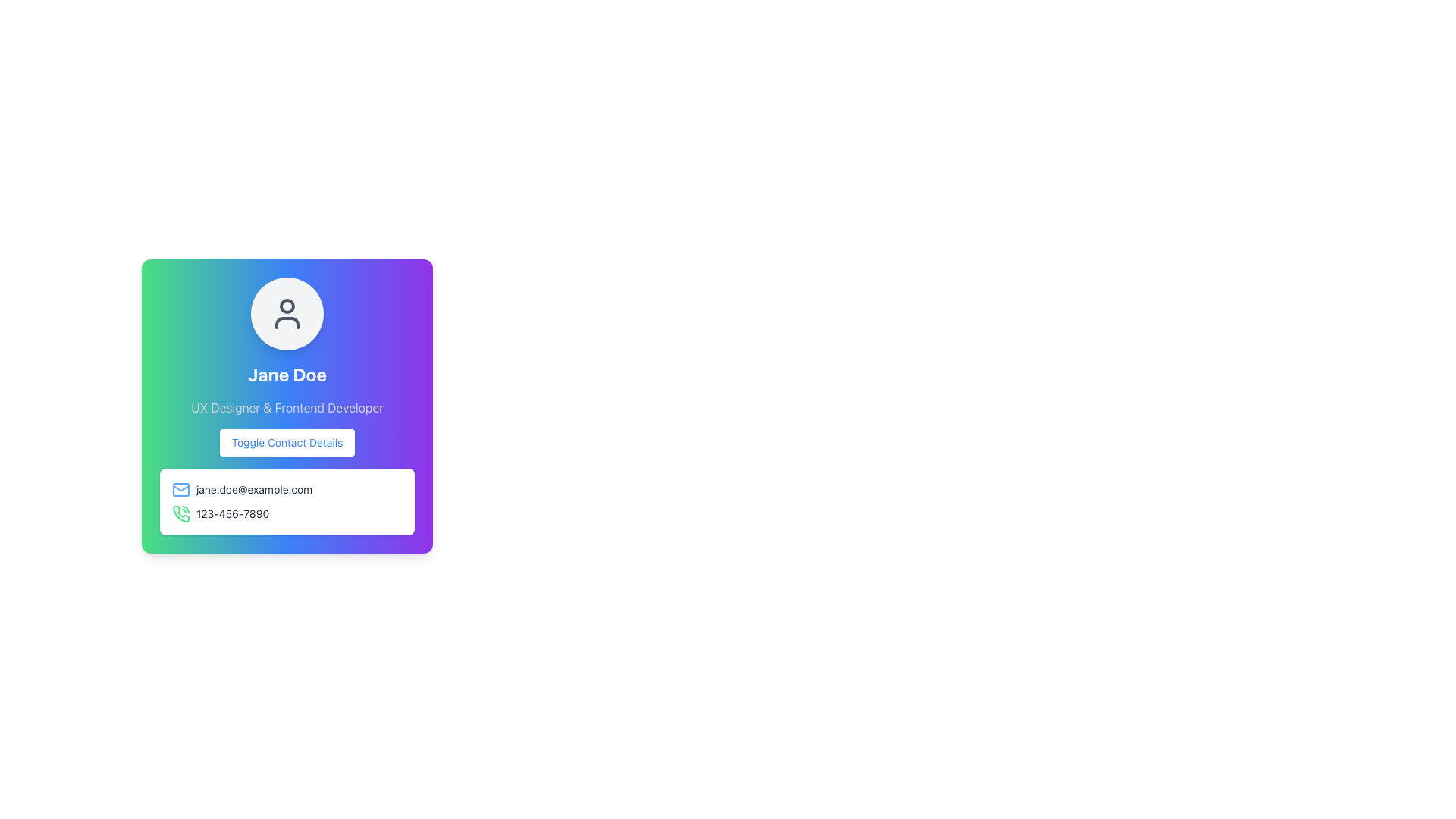 This screenshot has width=1456, height=819. I want to click on the green phone icon representing Jane Doe's contact information located in the lower part of the profile card, adjacent to the phone number '123-456-7890', so click(181, 513).